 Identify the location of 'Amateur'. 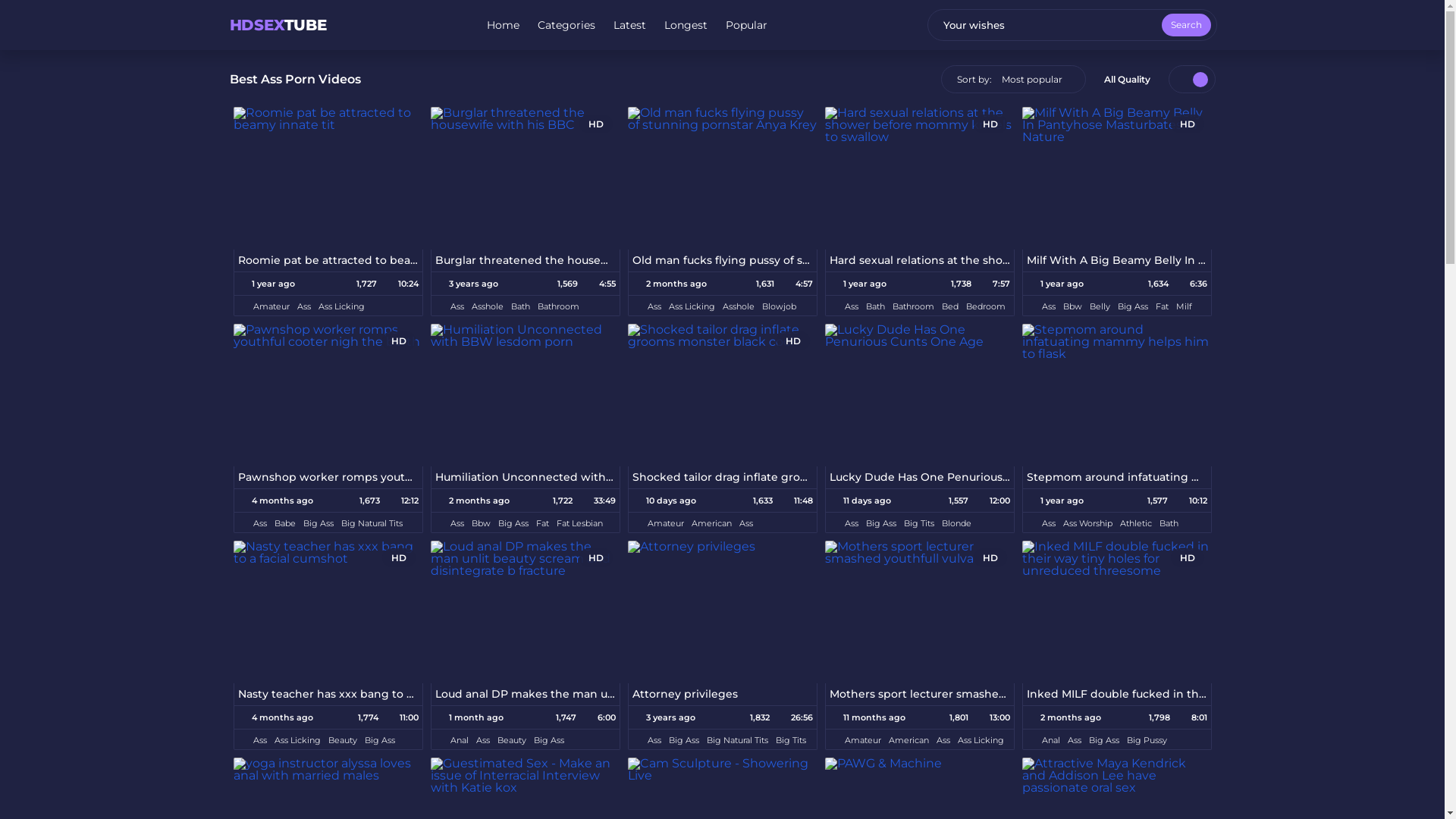
(253, 306).